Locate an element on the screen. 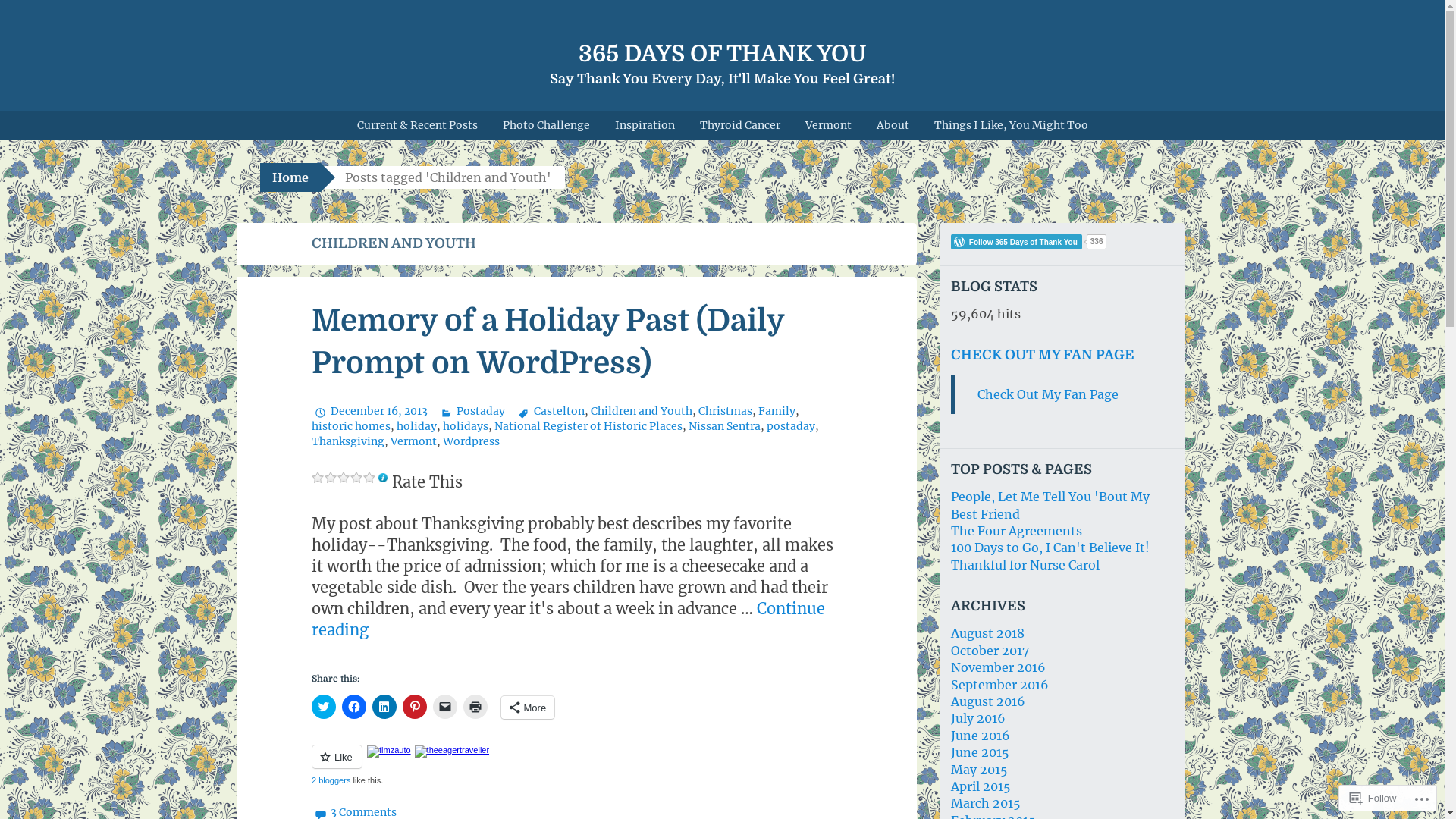 The image size is (1456, 819). 'Thankful for Nurse Carol' is located at coordinates (1025, 564).